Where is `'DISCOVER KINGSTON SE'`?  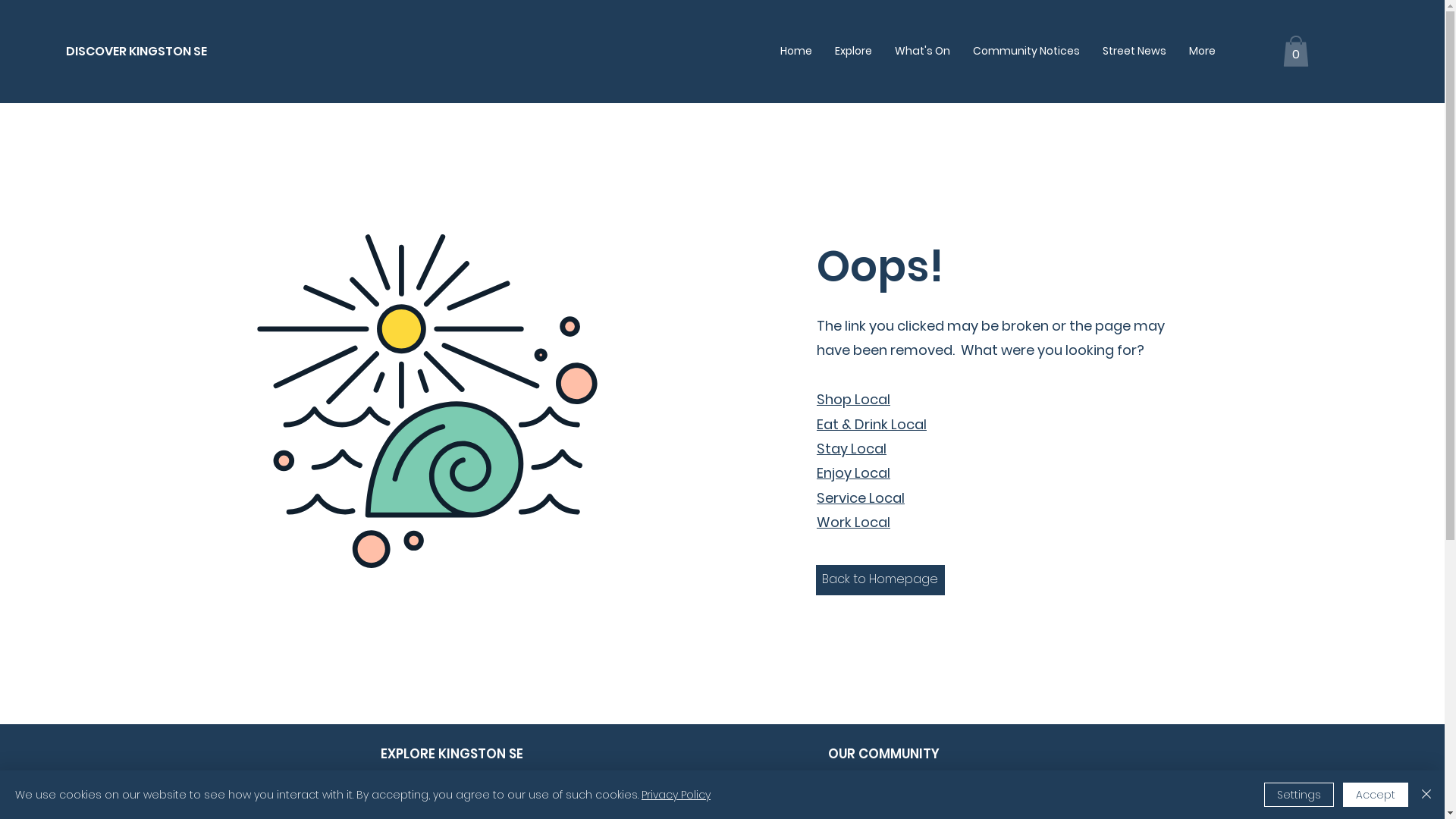
'DISCOVER KINGSTON SE' is located at coordinates (136, 50).